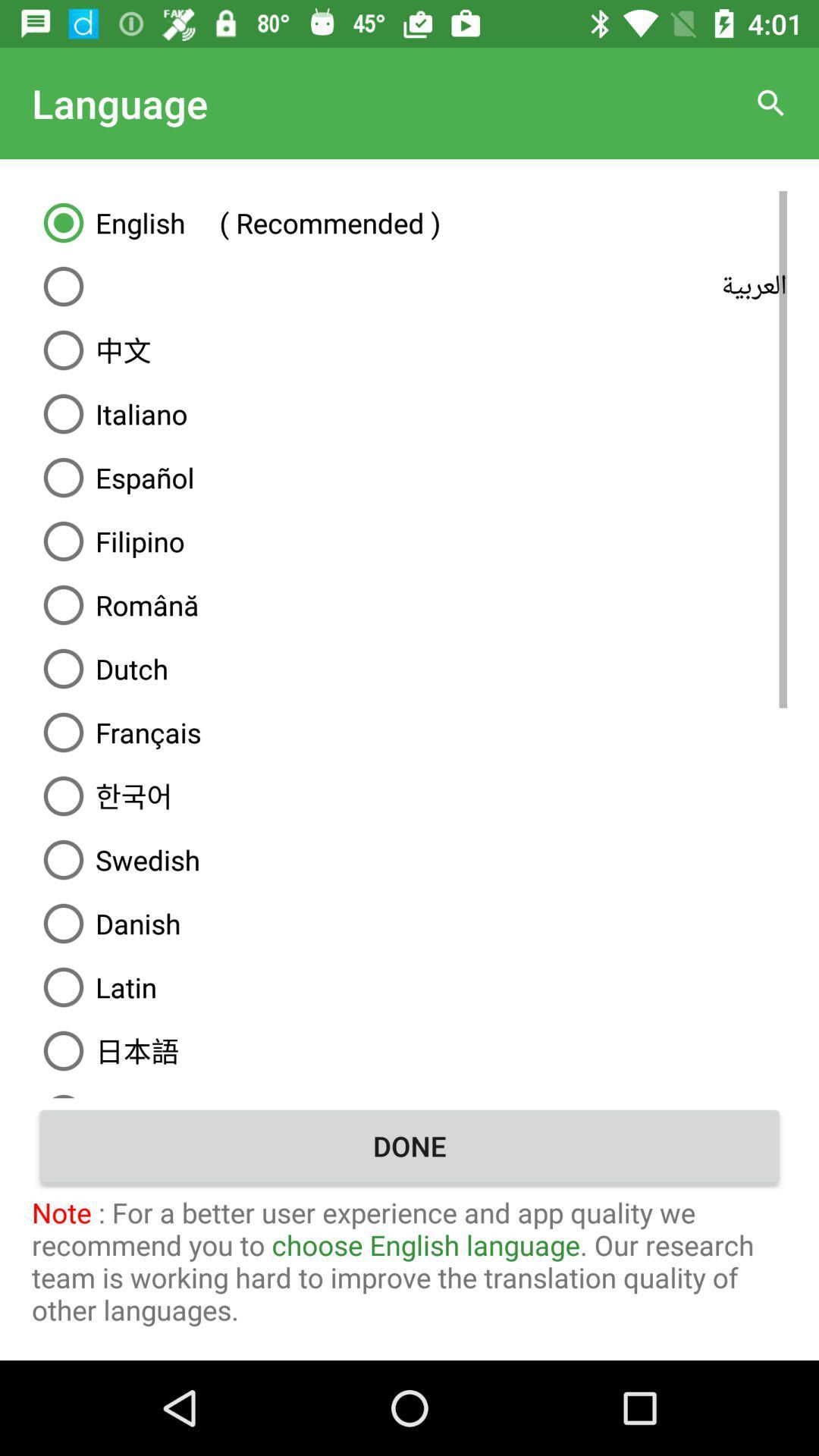  I want to click on icon at the top right corner, so click(771, 102).